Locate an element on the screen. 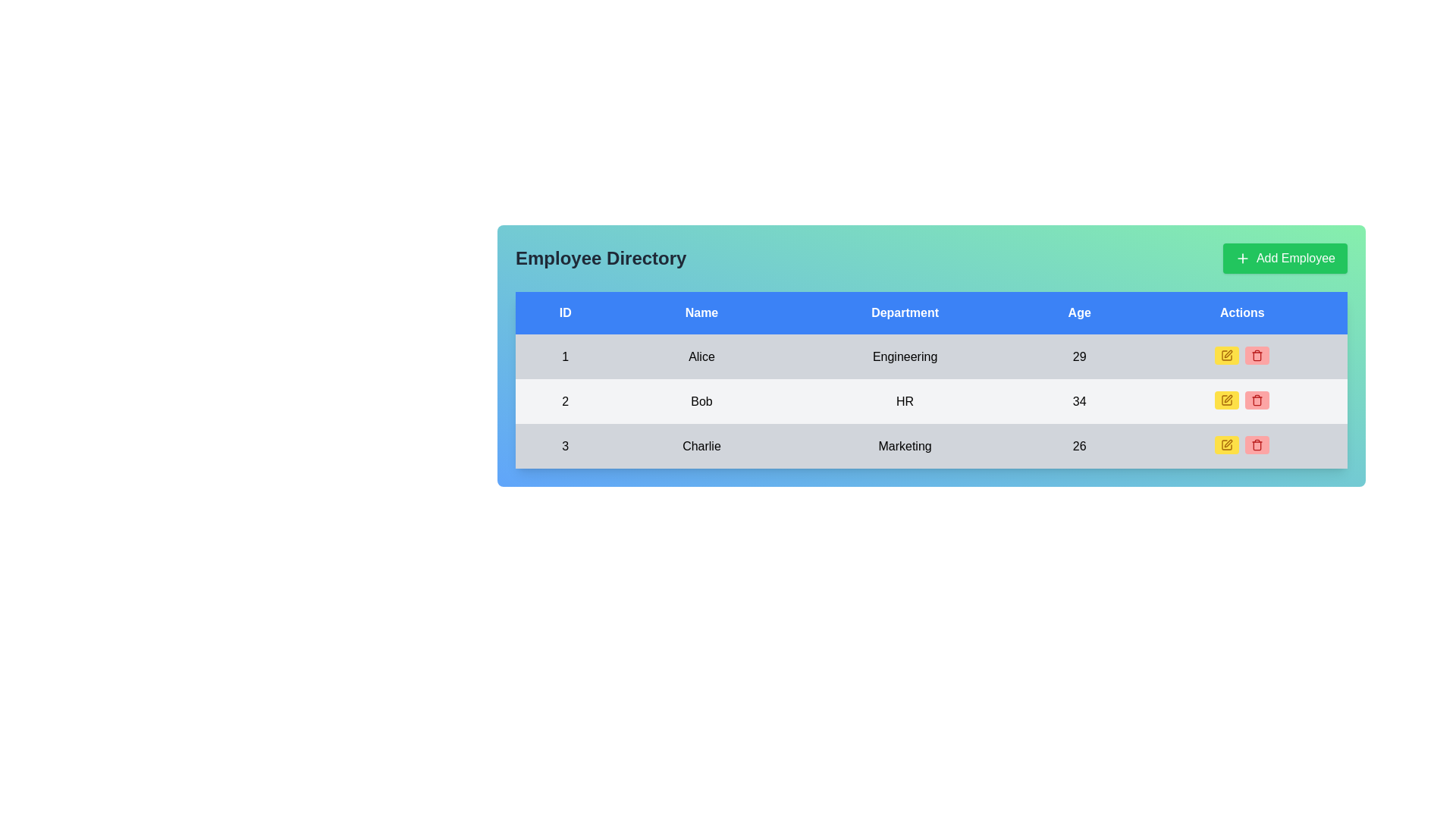 The image size is (1456, 819). the table cell displaying the number '34' under the 'Age' column for the individual named 'Bob' is located at coordinates (1078, 400).